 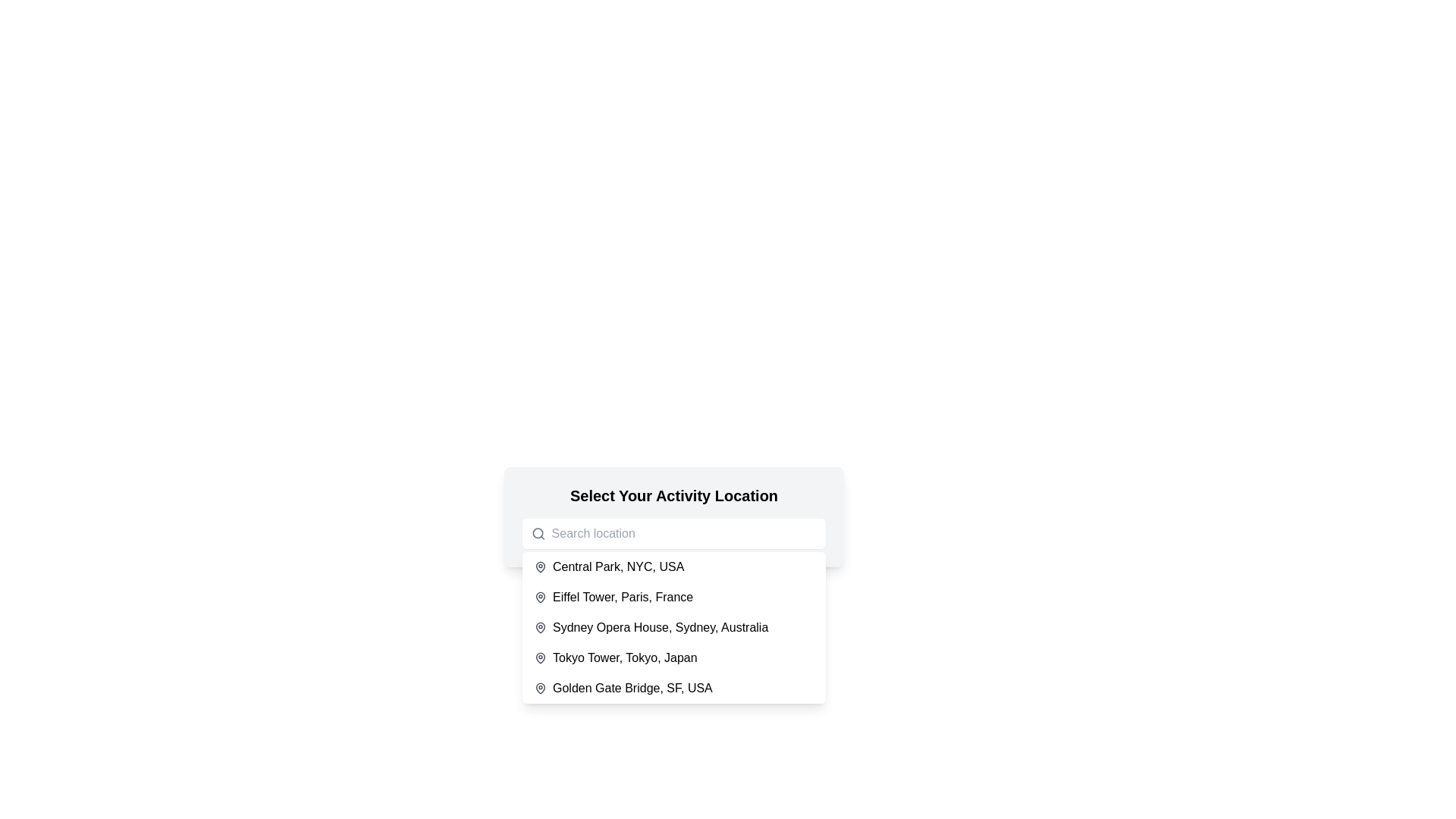 I want to click on the circular search icon located at the left edge of the input field for navigation, so click(x=538, y=532).